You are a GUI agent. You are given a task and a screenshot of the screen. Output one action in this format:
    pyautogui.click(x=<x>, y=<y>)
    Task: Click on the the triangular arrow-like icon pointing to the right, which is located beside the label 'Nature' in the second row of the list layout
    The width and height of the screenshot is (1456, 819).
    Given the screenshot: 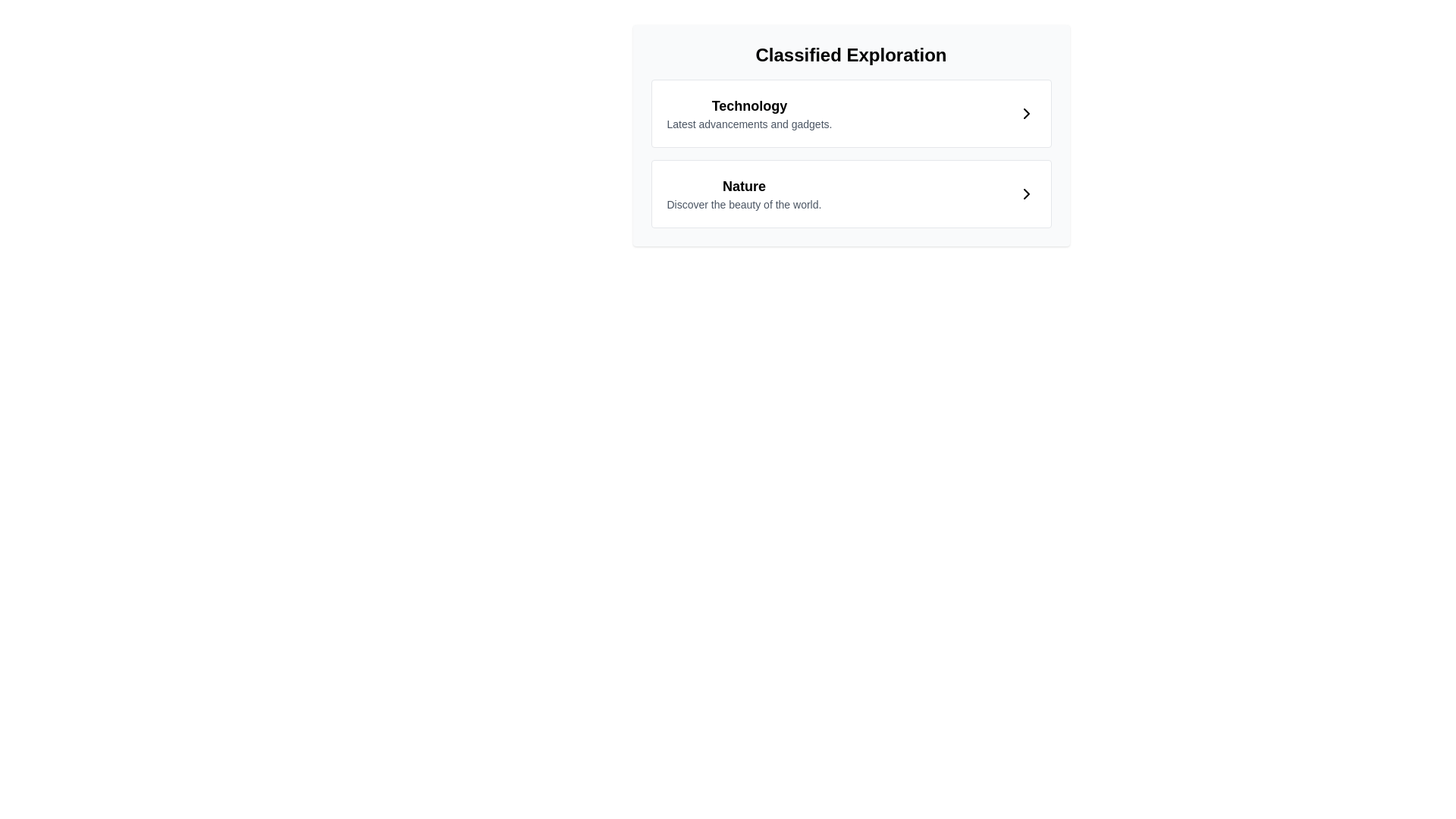 What is the action you would take?
    pyautogui.click(x=1026, y=193)
    